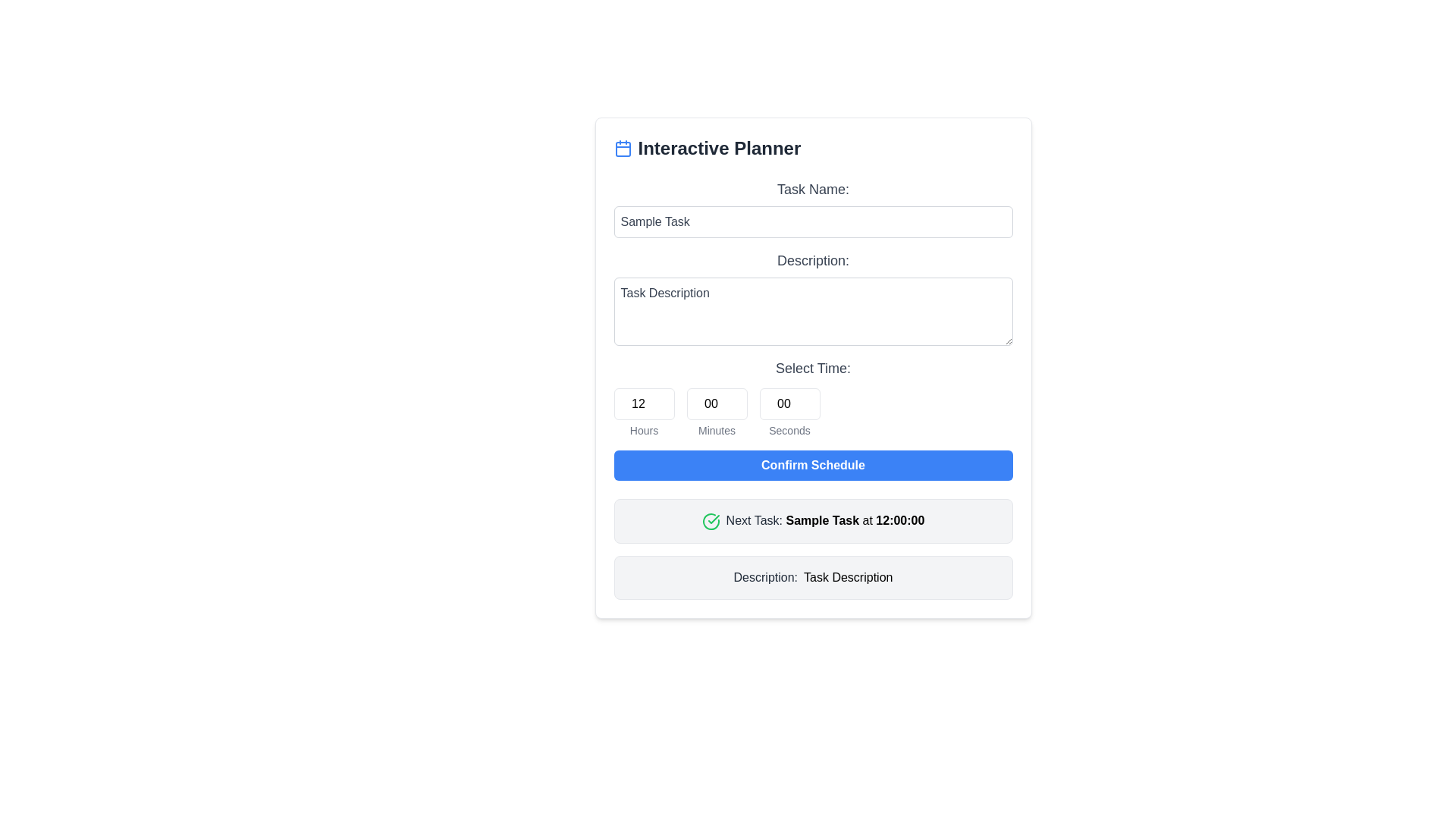 The image size is (1456, 819). What do you see at coordinates (812, 189) in the screenshot?
I see `the label displaying 'Task Name:' which is prominently styled and positioned just above the task input field` at bounding box center [812, 189].